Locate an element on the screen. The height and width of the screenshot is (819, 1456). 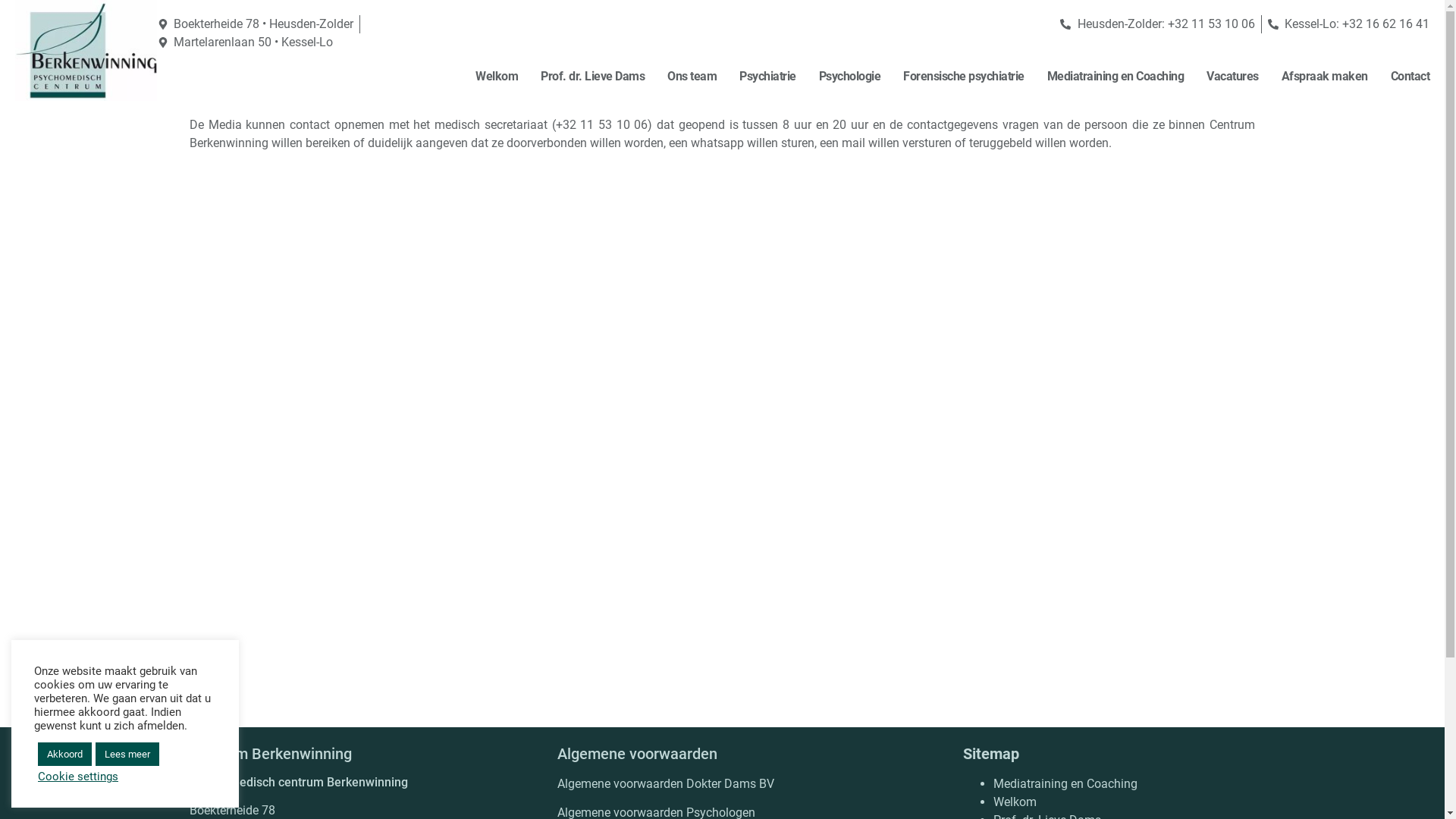
'Forensische psychiatrie' is located at coordinates (963, 76).